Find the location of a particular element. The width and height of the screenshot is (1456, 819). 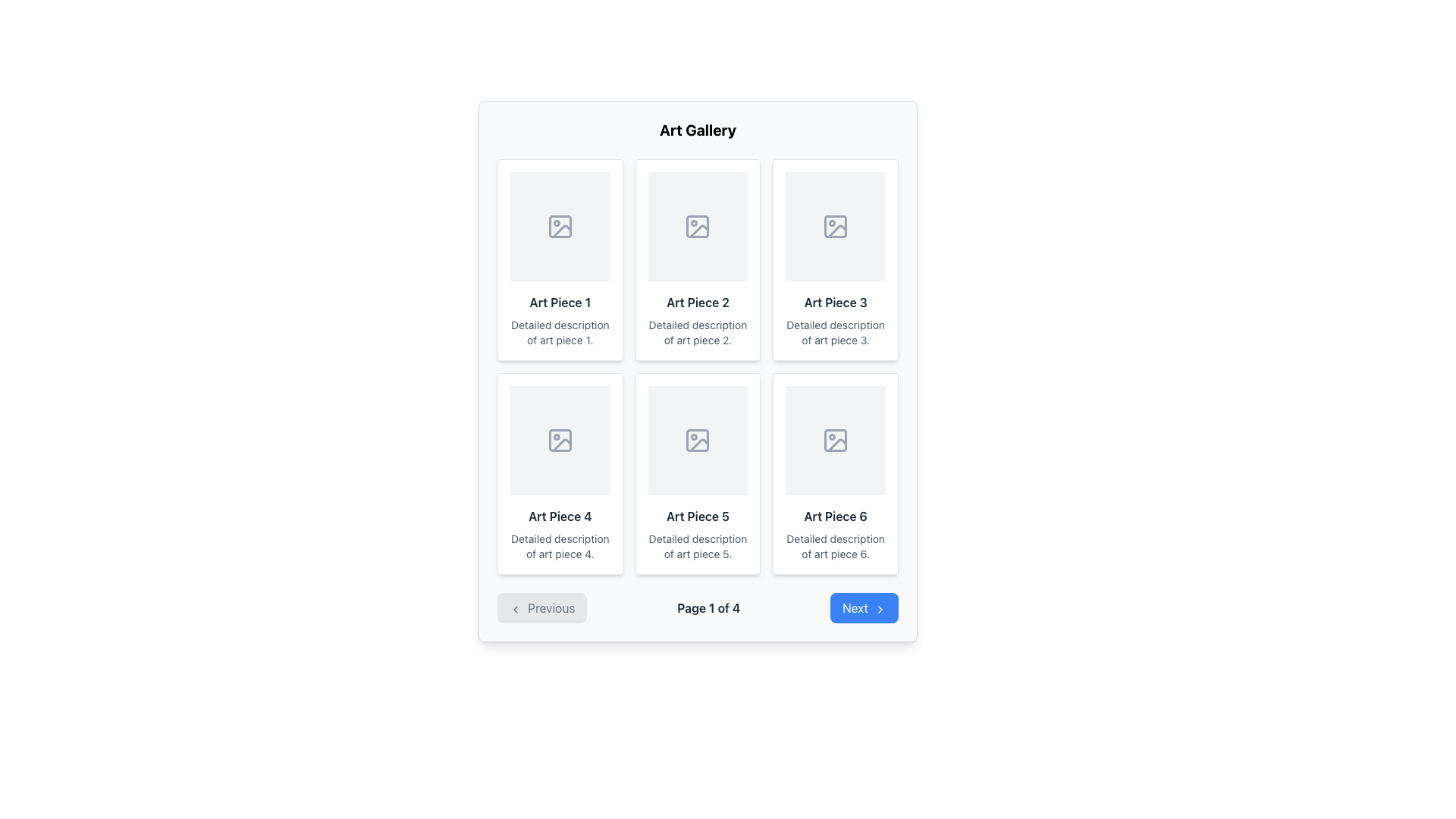

the Decorative rounded rectangle with a light gray fill inside the SVG icon representing 'Art Piece 5' in the second row, second column of the grid is located at coordinates (697, 441).